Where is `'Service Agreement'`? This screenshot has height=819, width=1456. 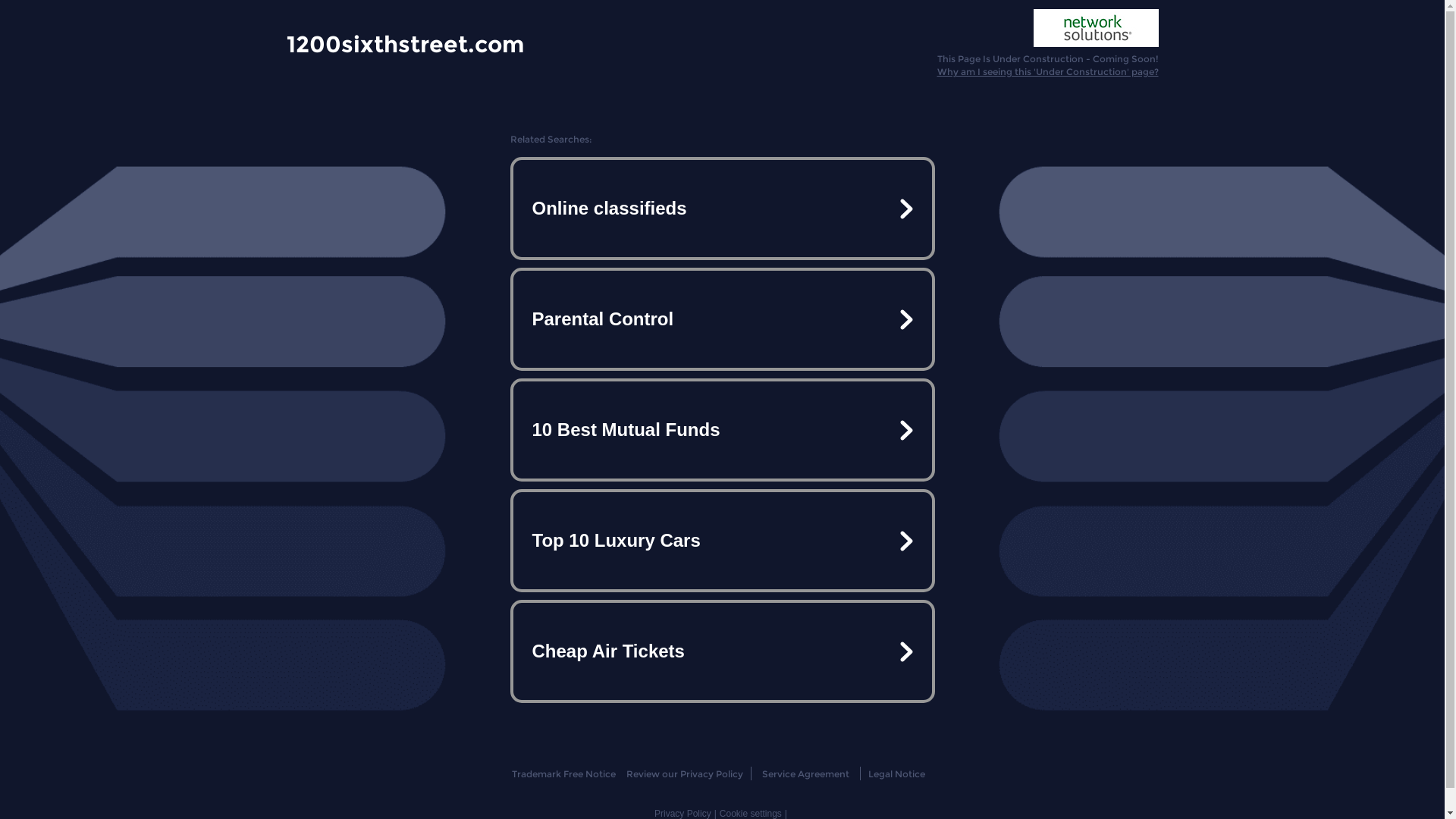 'Service Agreement' is located at coordinates (761, 773).